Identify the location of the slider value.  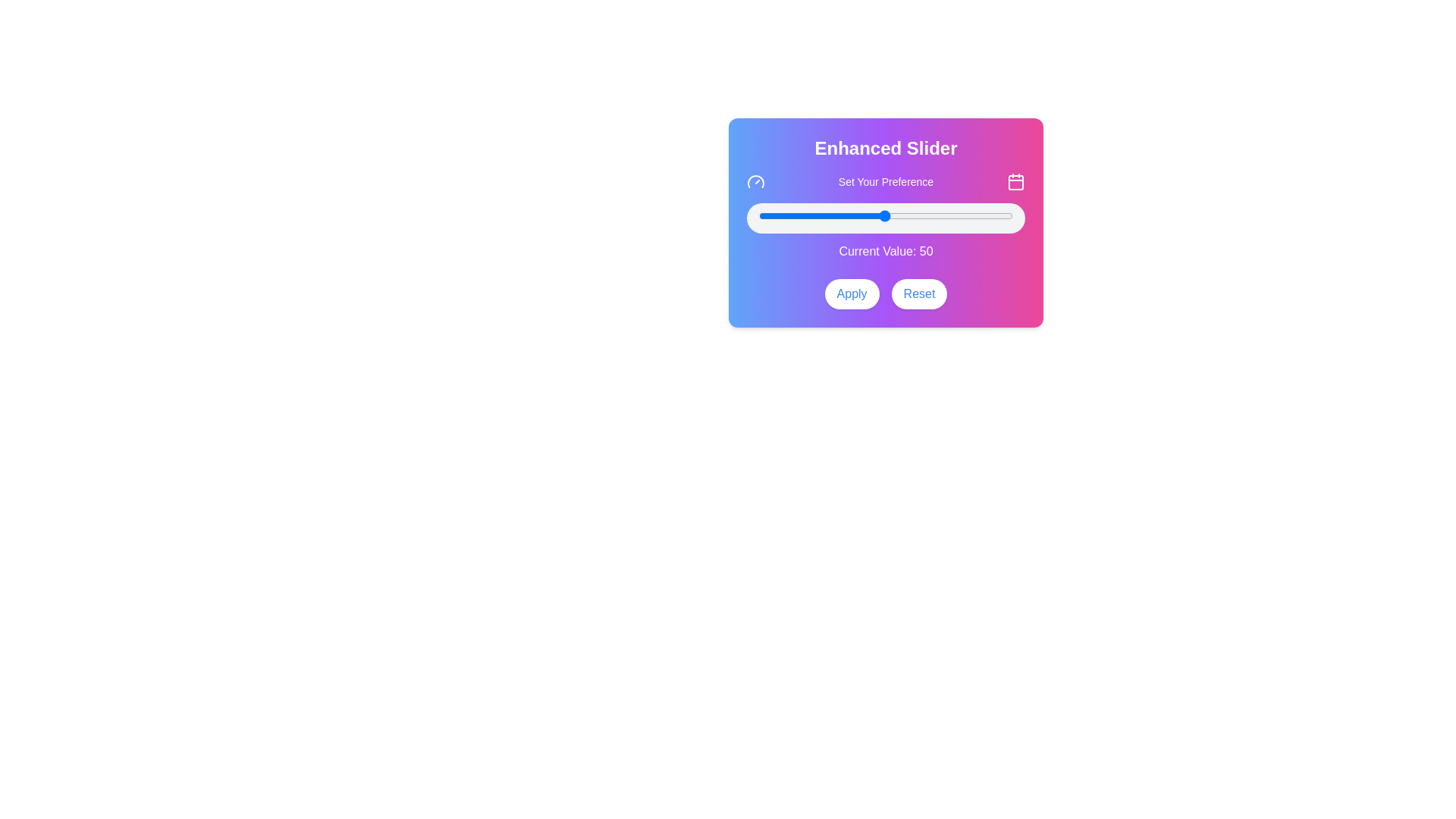
(884, 216).